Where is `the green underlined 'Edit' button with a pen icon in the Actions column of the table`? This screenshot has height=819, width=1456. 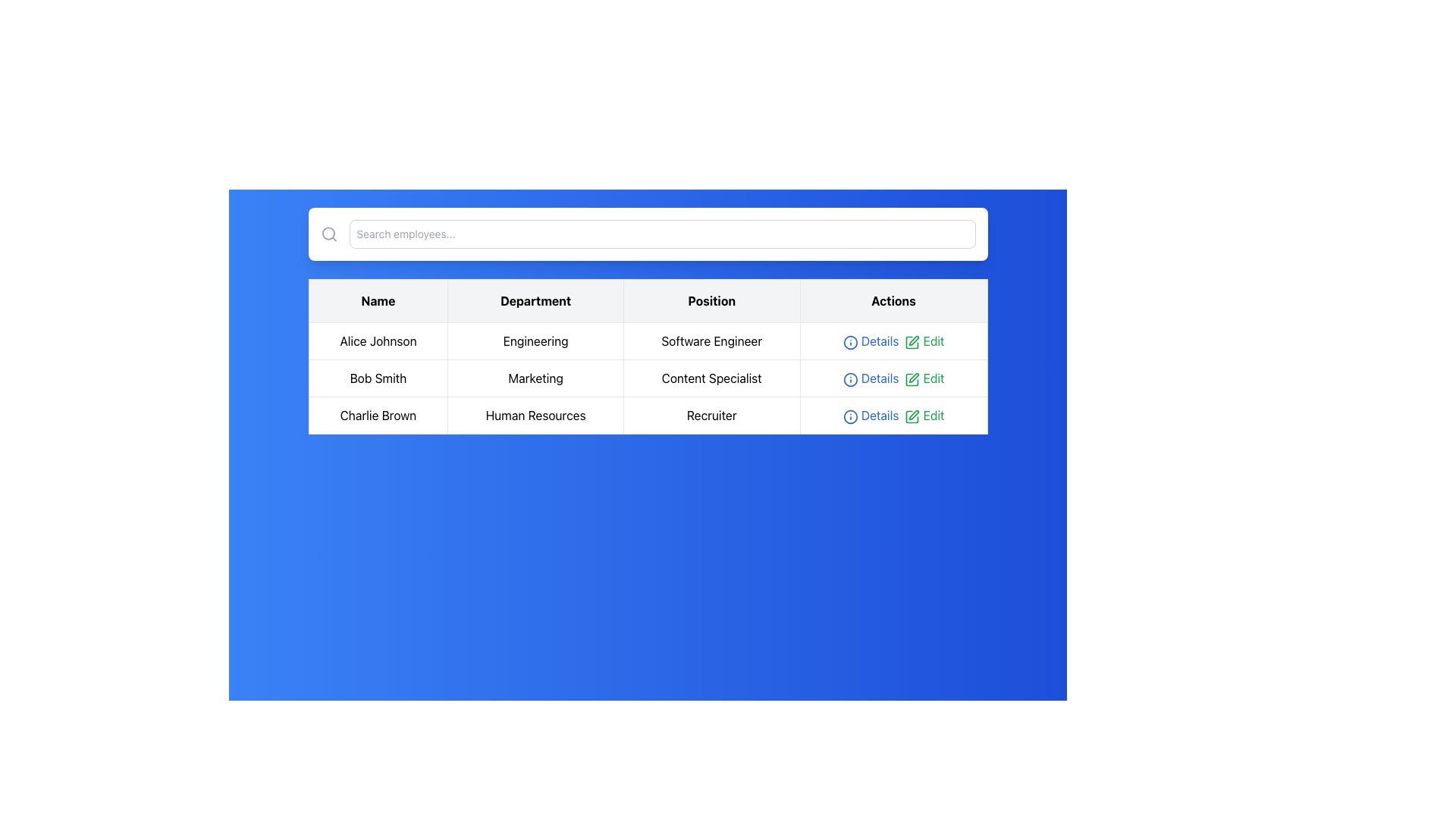 the green underlined 'Edit' button with a pen icon in the Actions column of the table is located at coordinates (924, 341).